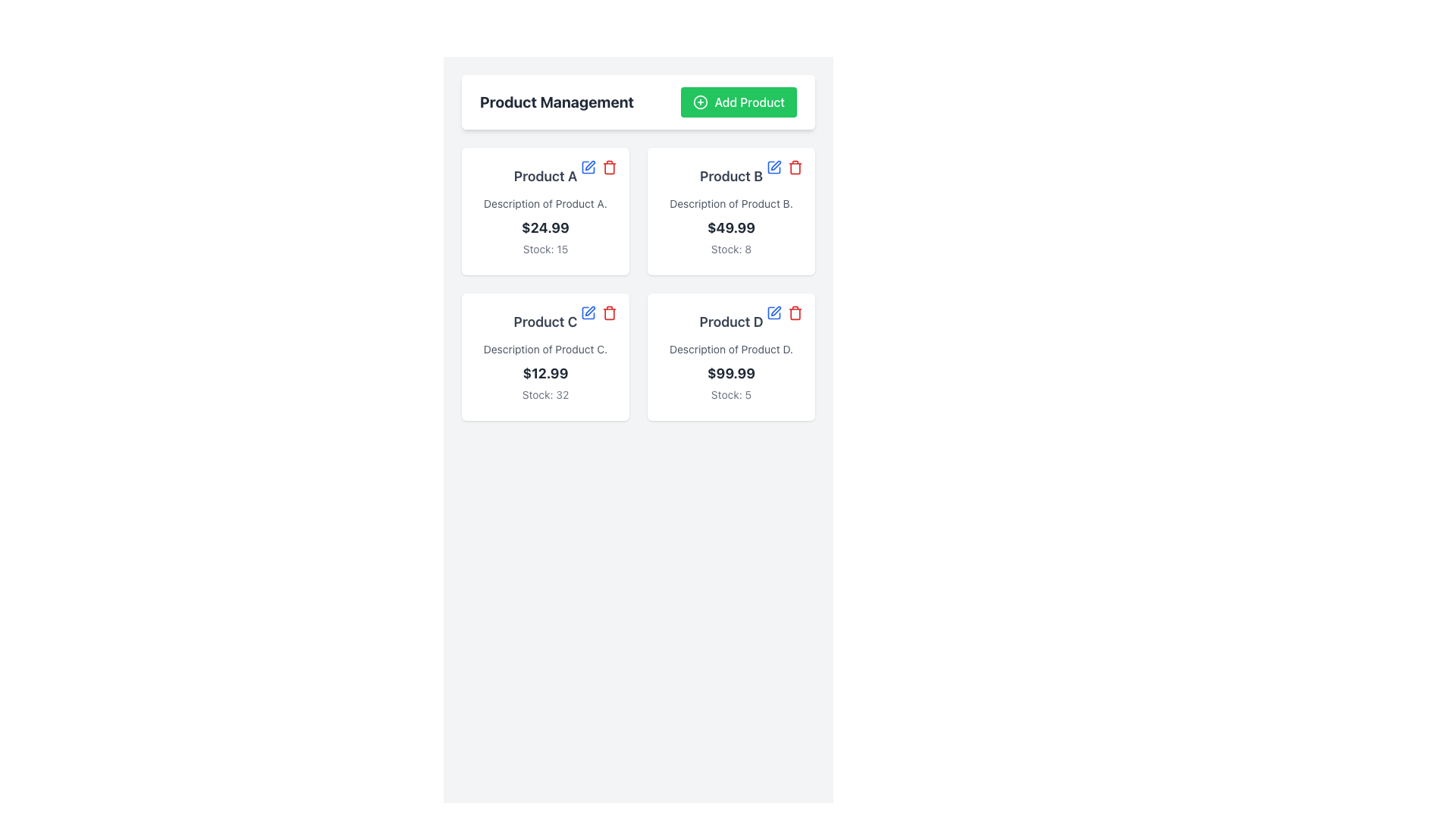 This screenshot has height=819, width=1456. Describe the element at coordinates (545, 321) in the screenshot. I see `the text element that displays 'Product C', which is styled in bold, large font and located at the top of the third product card in a 2x2 grid layout` at that location.